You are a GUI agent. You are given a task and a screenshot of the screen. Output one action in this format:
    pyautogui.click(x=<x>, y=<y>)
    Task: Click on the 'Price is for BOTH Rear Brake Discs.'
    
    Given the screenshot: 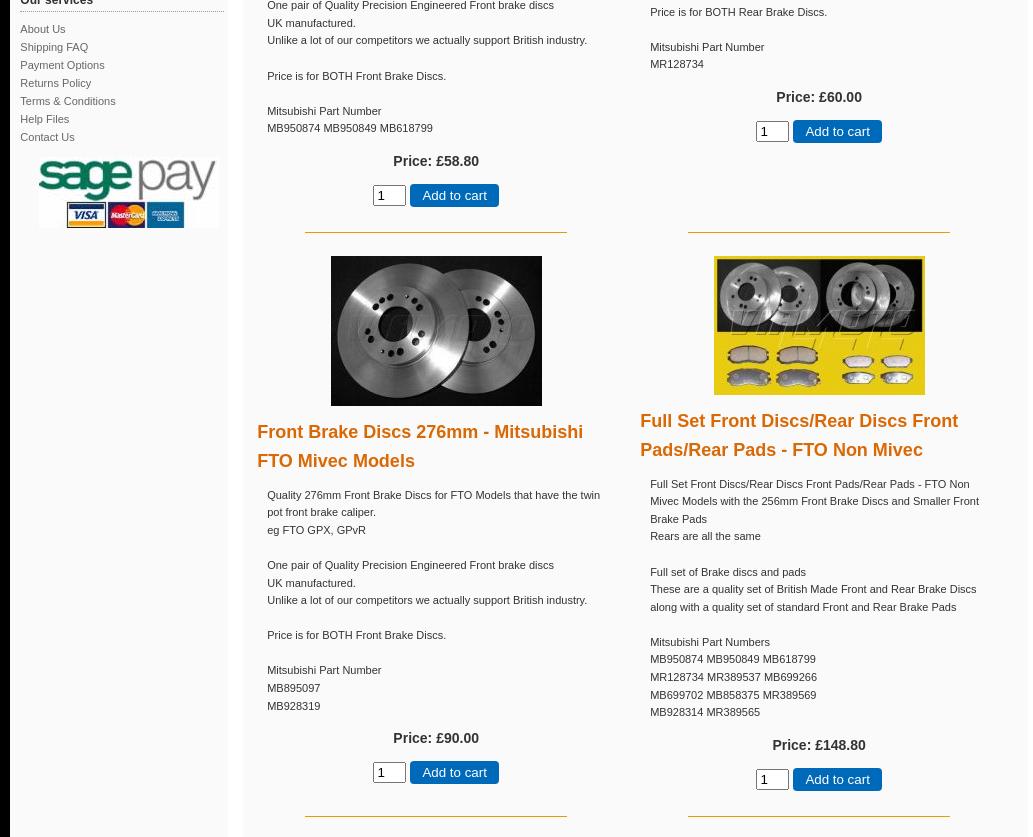 What is the action you would take?
    pyautogui.click(x=738, y=10)
    